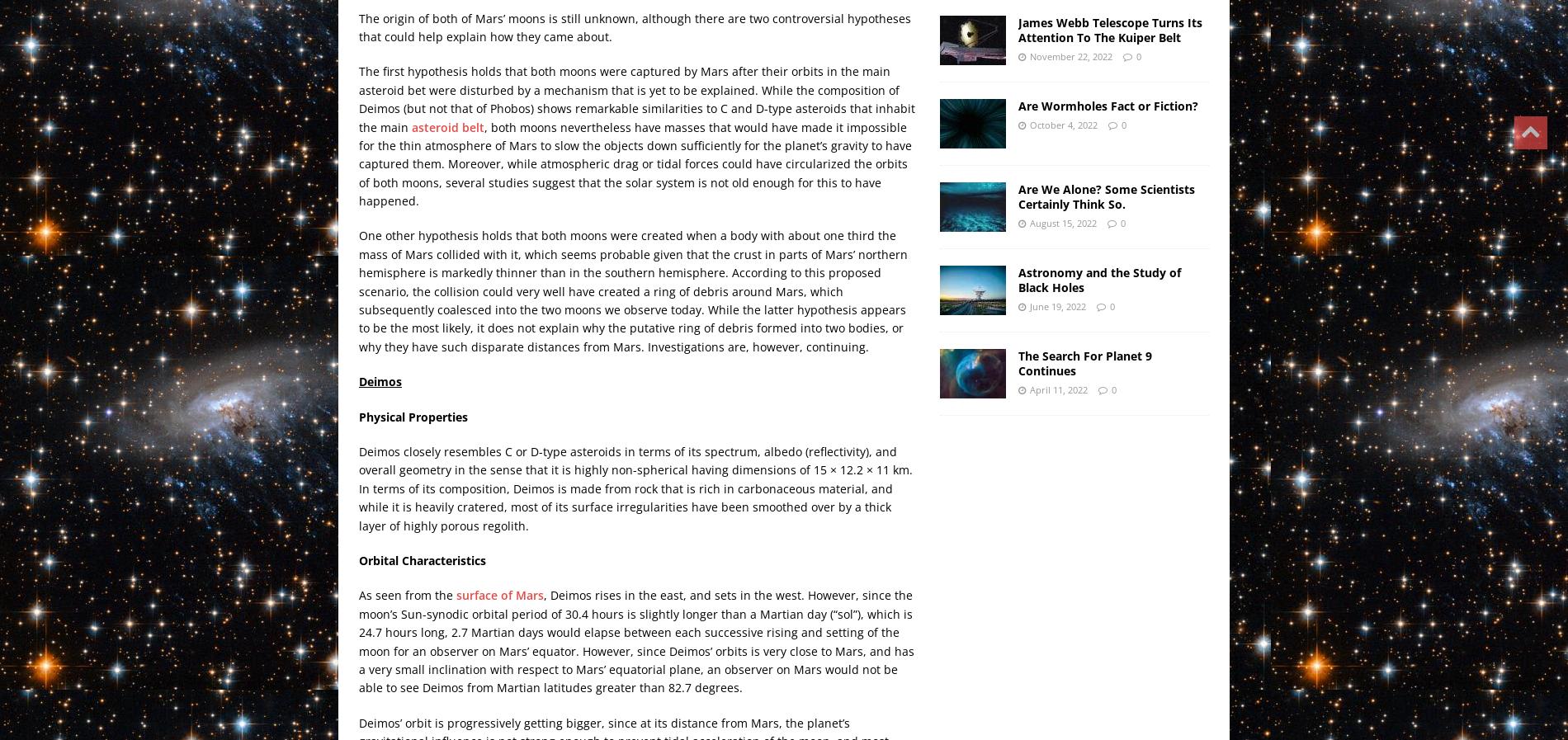  Describe the element at coordinates (1061, 222) in the screenshot. I see `'August 15, 2022'` at that location.